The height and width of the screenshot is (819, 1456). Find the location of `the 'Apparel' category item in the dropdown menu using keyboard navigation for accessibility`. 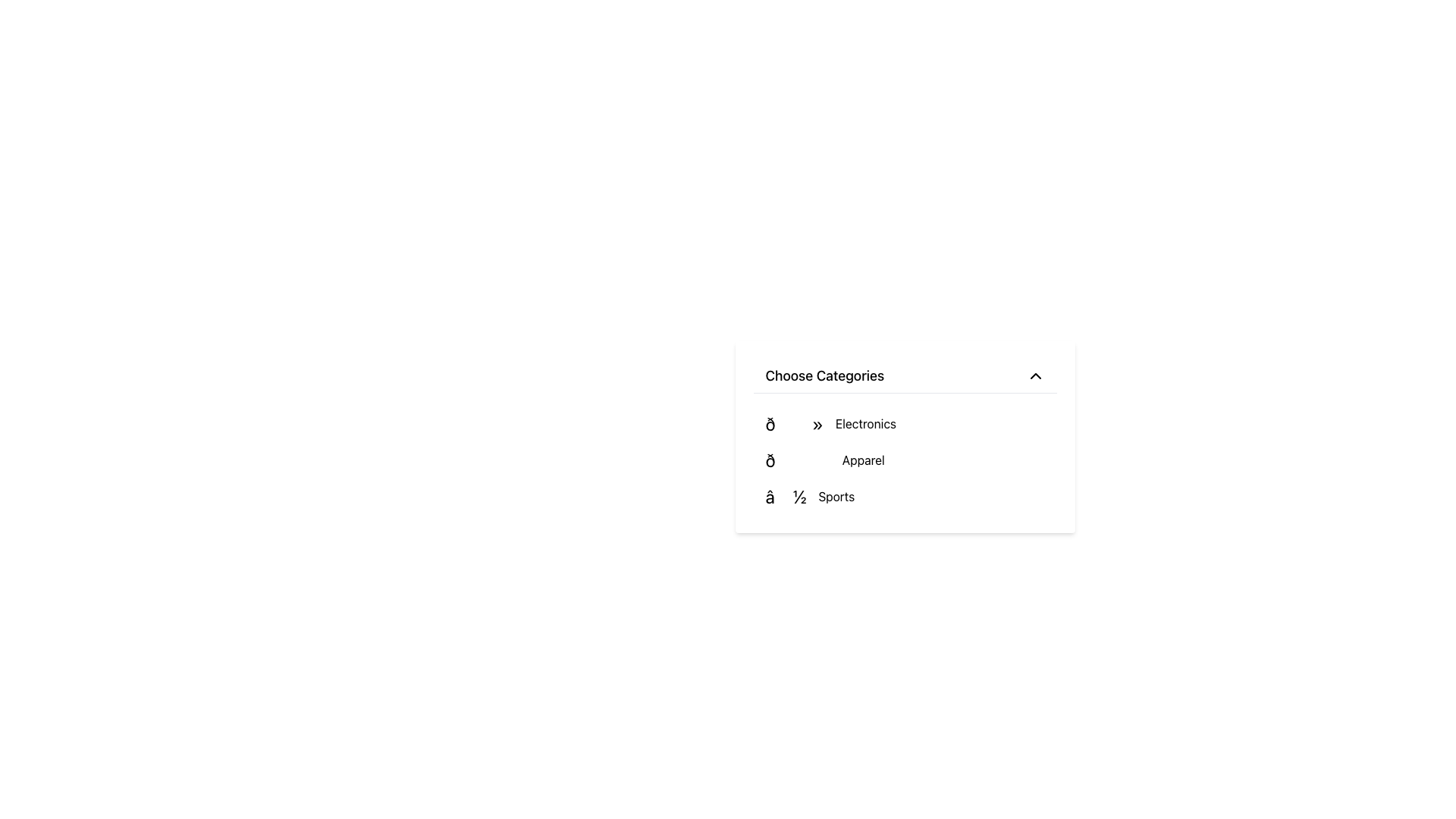

the 'Apparel' category item in the dropdown menu using keyboard navigation for accessibility is located at coordinates (905, 459).